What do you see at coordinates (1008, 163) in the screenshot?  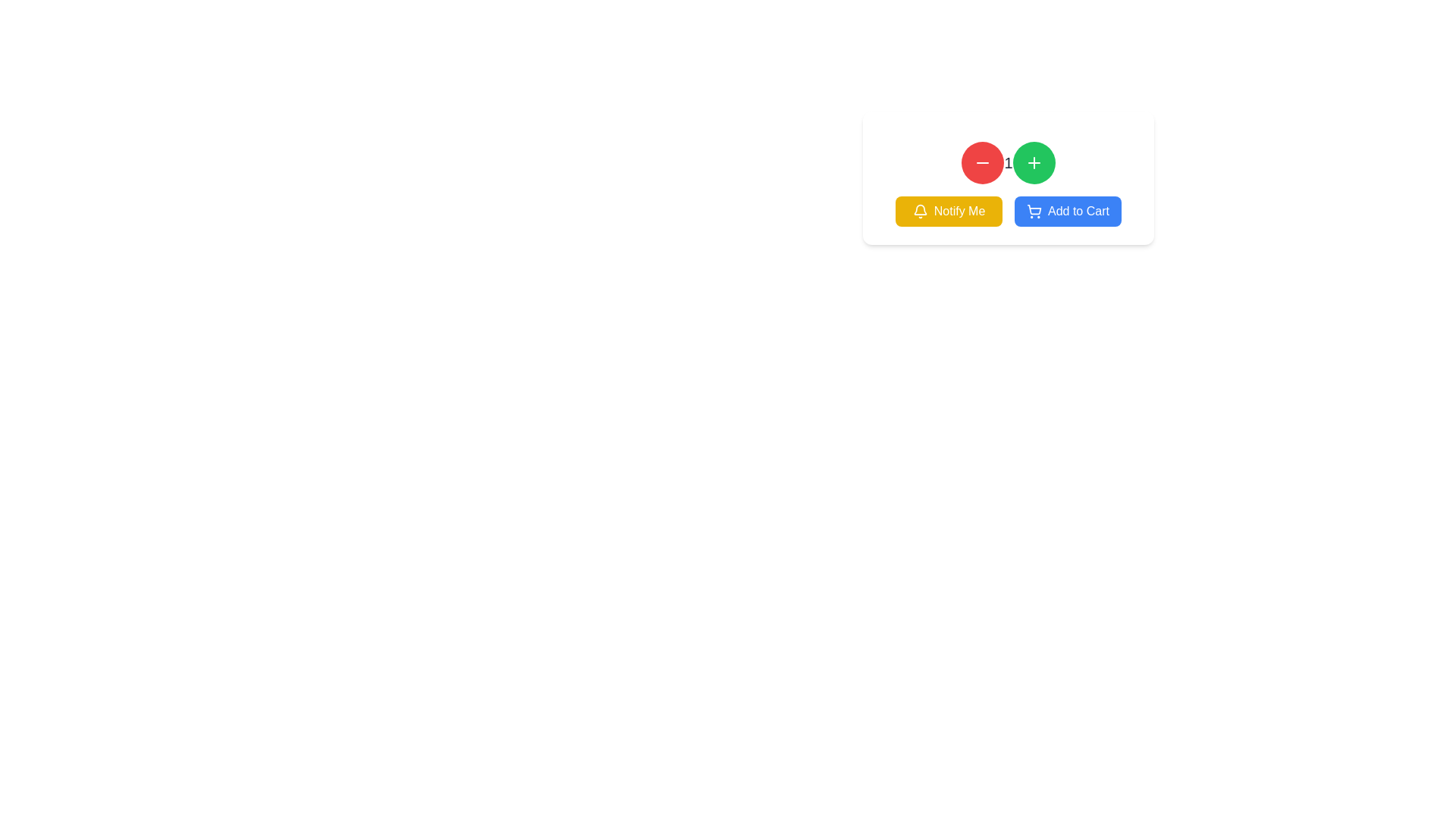 I see `the Label or Text Display that shows the current count or quantity, positioned between the decrement and increment buttons` at bounding box center [1008, 163].